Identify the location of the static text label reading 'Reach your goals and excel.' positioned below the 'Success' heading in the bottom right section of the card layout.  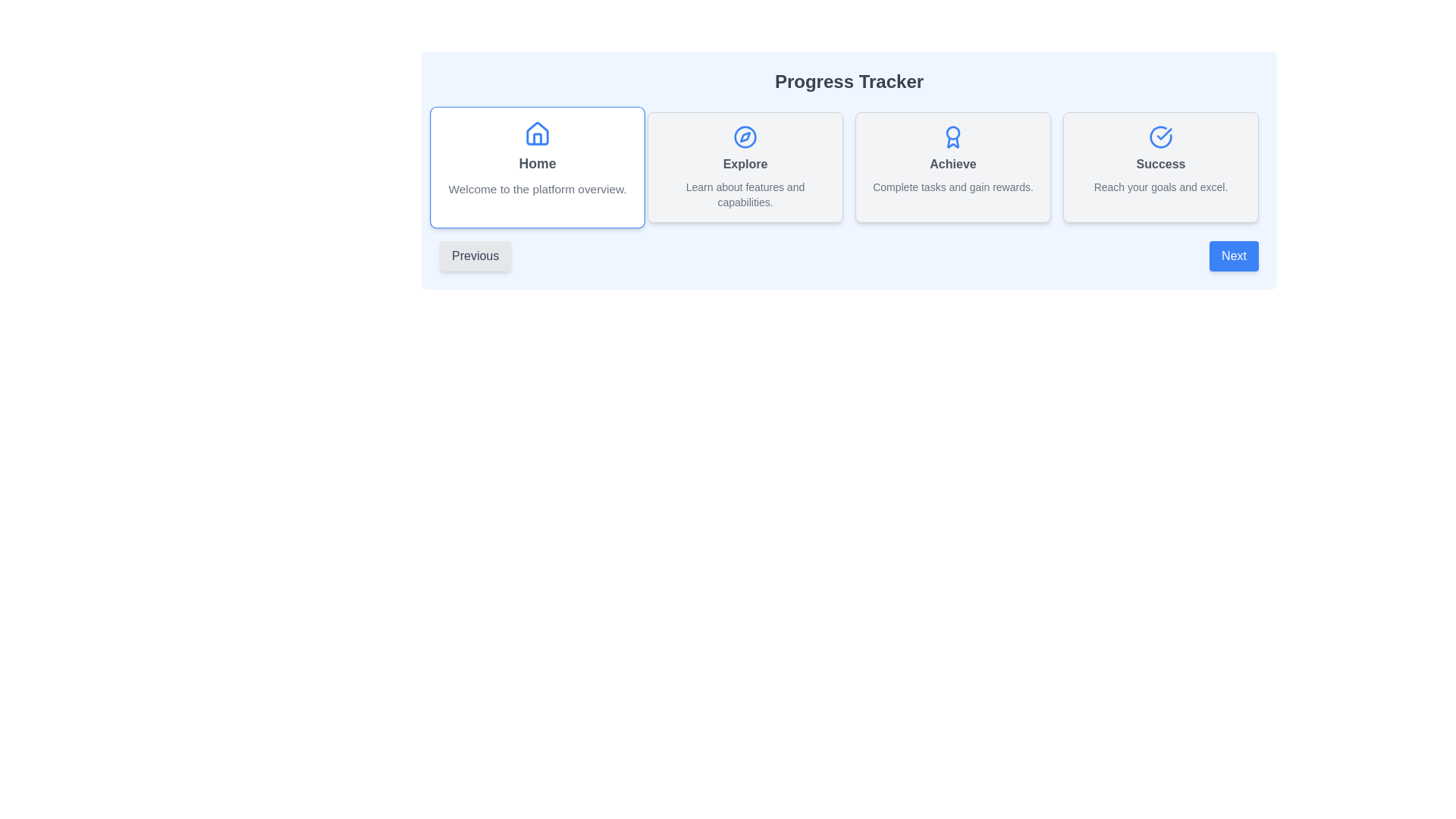
(1160, 186).